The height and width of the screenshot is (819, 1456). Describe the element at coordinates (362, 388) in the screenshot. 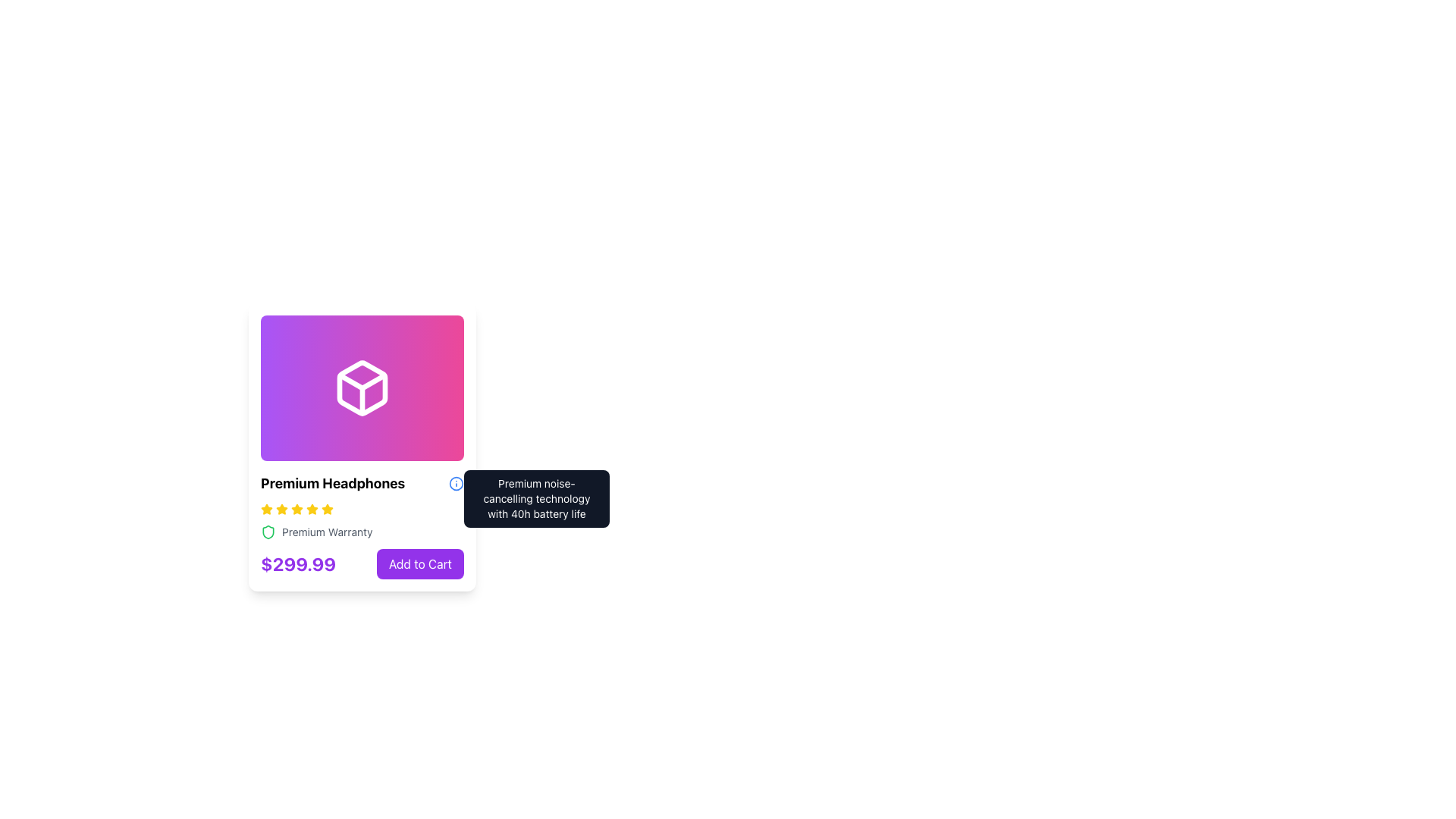

I see `the decorative icon located at the center of the card component, which is positioned directly above the textual content and other UI elements` at that location.